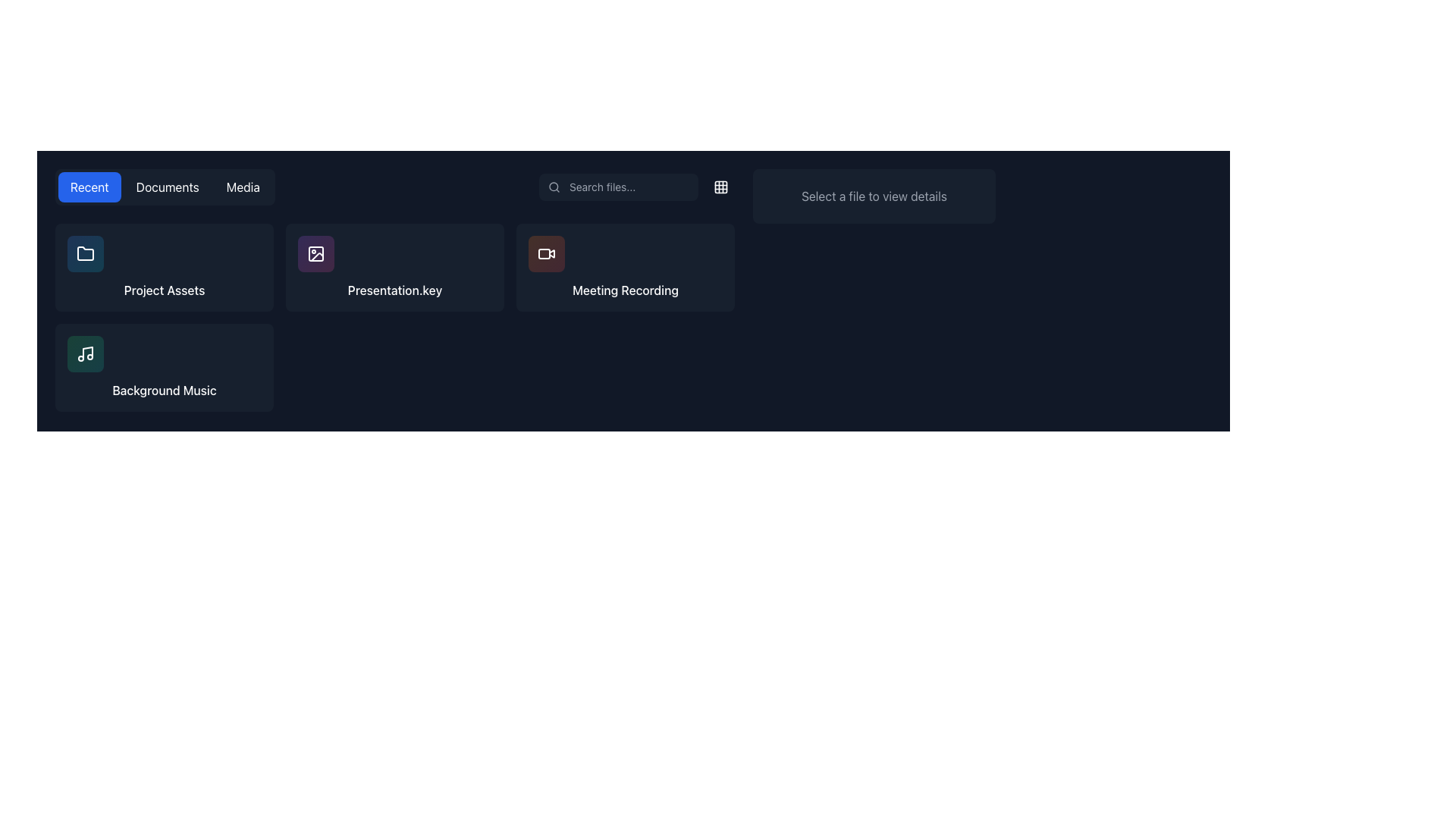 This screenshot has height=819, width=1456. Describe the element at coordinates (546, 253) in the screenshot. I see `the square-shaped button with rounded edges that features a white video camera icon in the center, located under the 'Meeting Recording' section as the third item in the layout` at that location.